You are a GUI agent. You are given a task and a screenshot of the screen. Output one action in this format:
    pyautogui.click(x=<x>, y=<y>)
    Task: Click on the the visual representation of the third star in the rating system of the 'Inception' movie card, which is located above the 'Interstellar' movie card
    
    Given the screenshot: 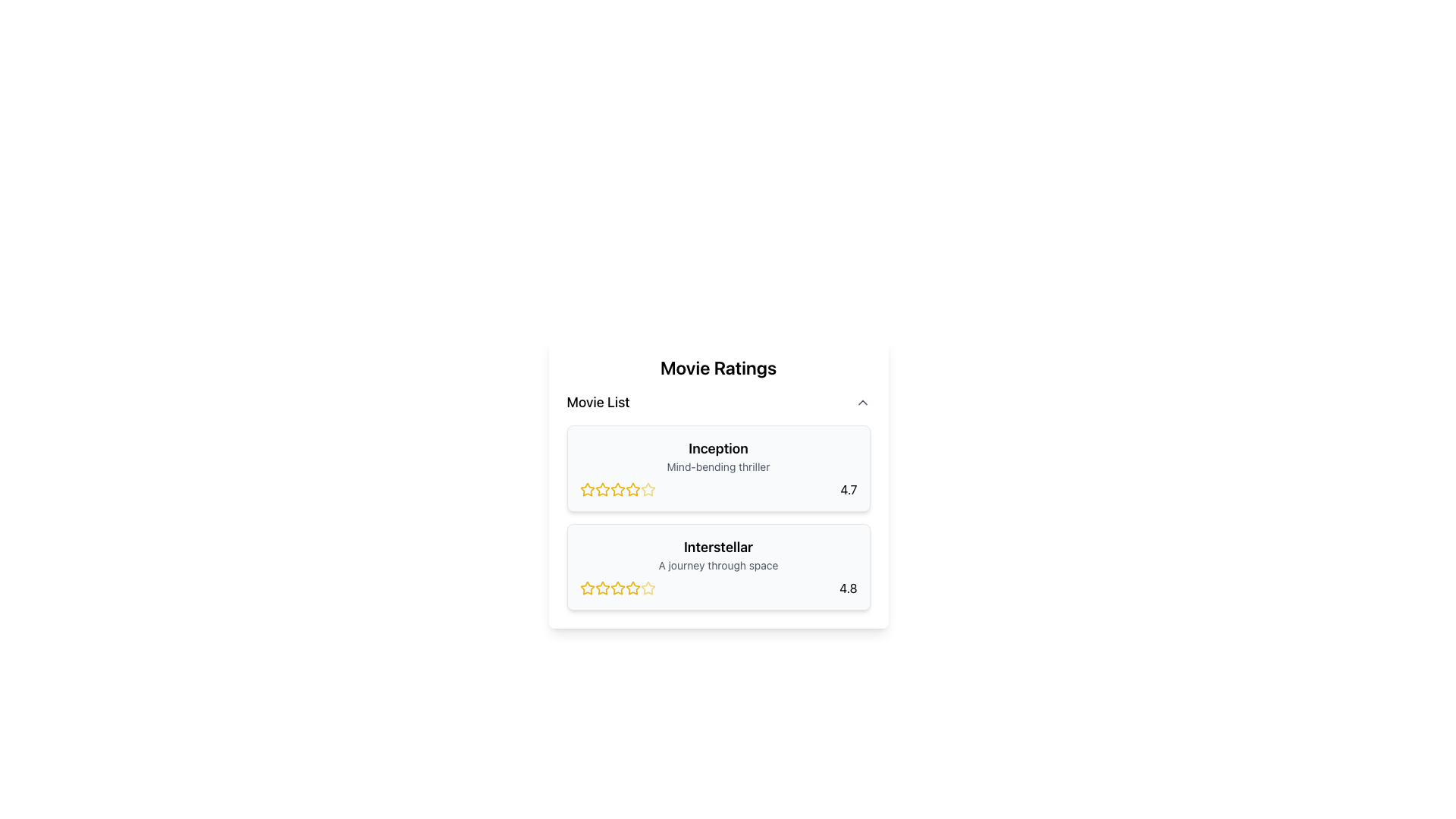 What is the action you would take?
    pyautogui.click(x=617, y=489)
    